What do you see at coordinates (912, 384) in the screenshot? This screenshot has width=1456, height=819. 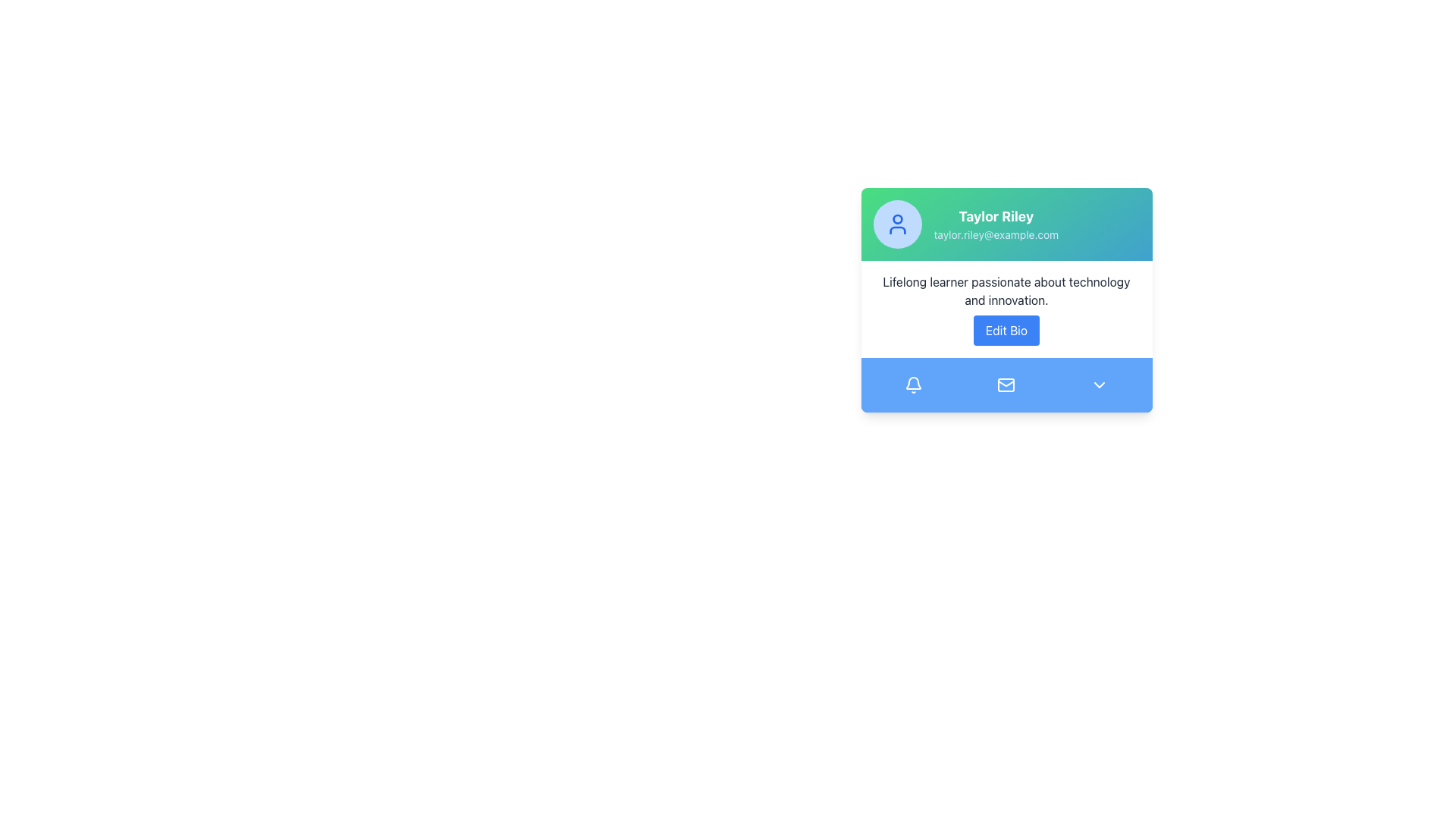 I see `the leftmost circular button with a blue background and a white outlined bell icon located at the bottom section of the card interface` at bounding box center [912, 384].